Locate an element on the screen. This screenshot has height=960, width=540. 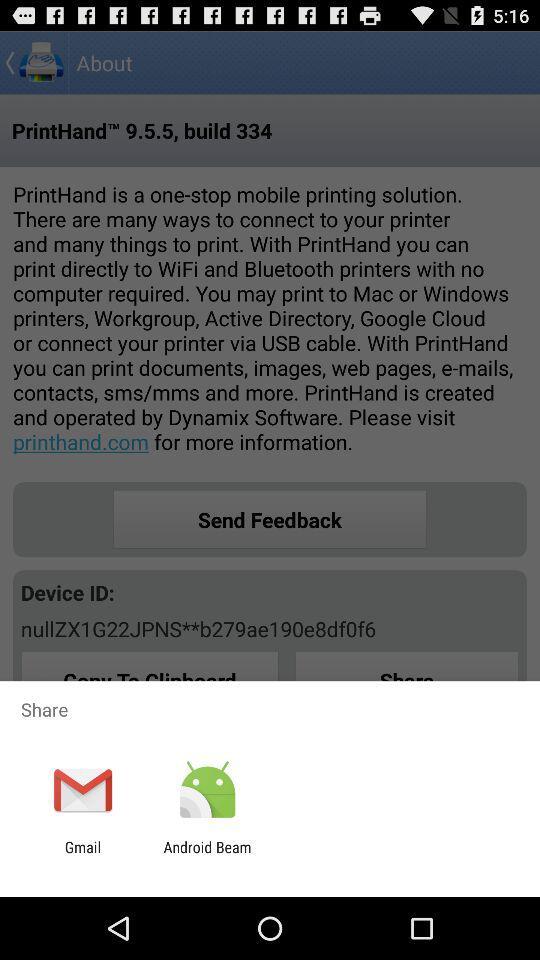
item next to gmail item is located at coordinates (206, 855).